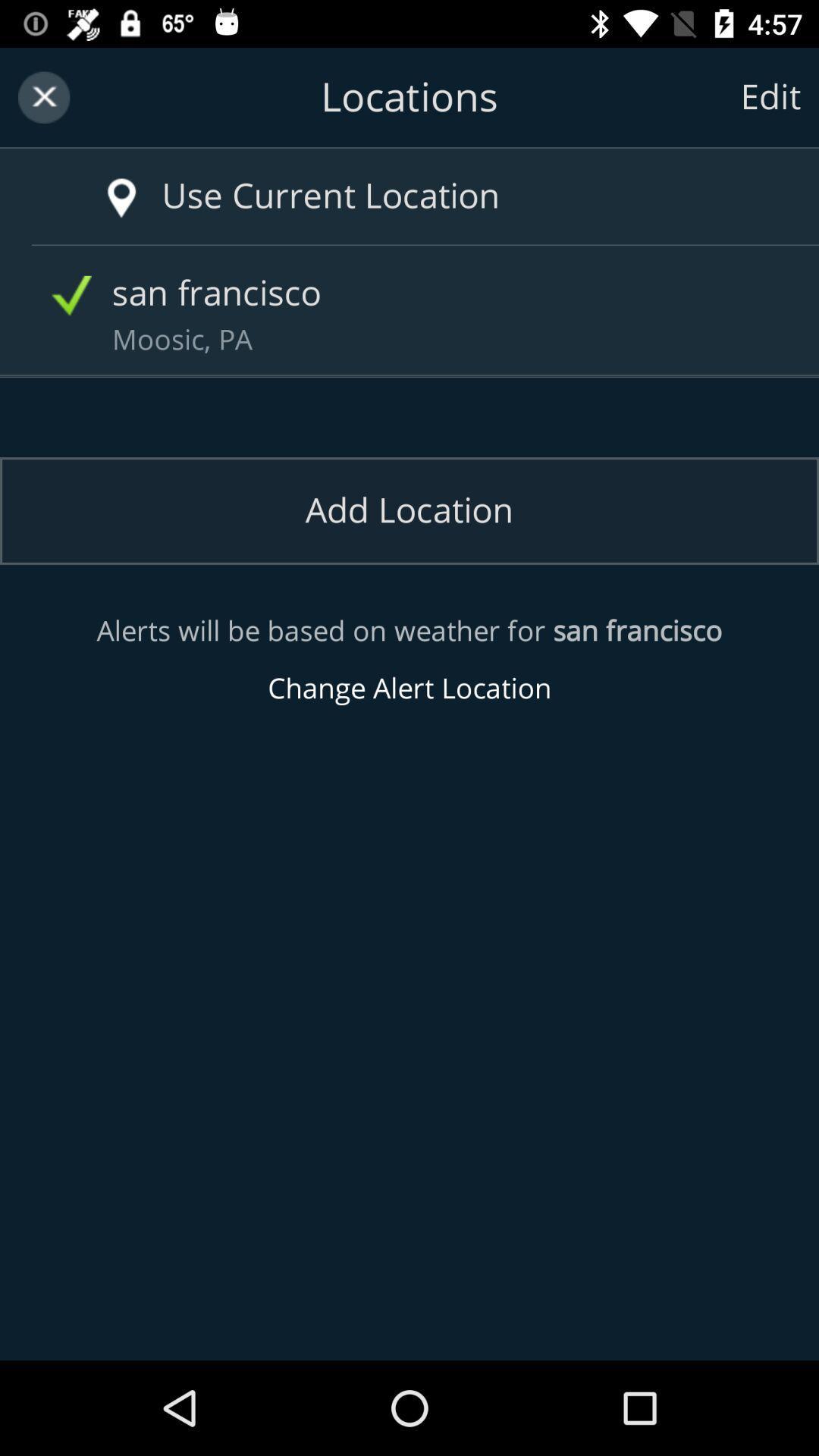 The height and width of the screenshot is (1456, 819). I want to click on the item below add location icon, so click(409, 660).